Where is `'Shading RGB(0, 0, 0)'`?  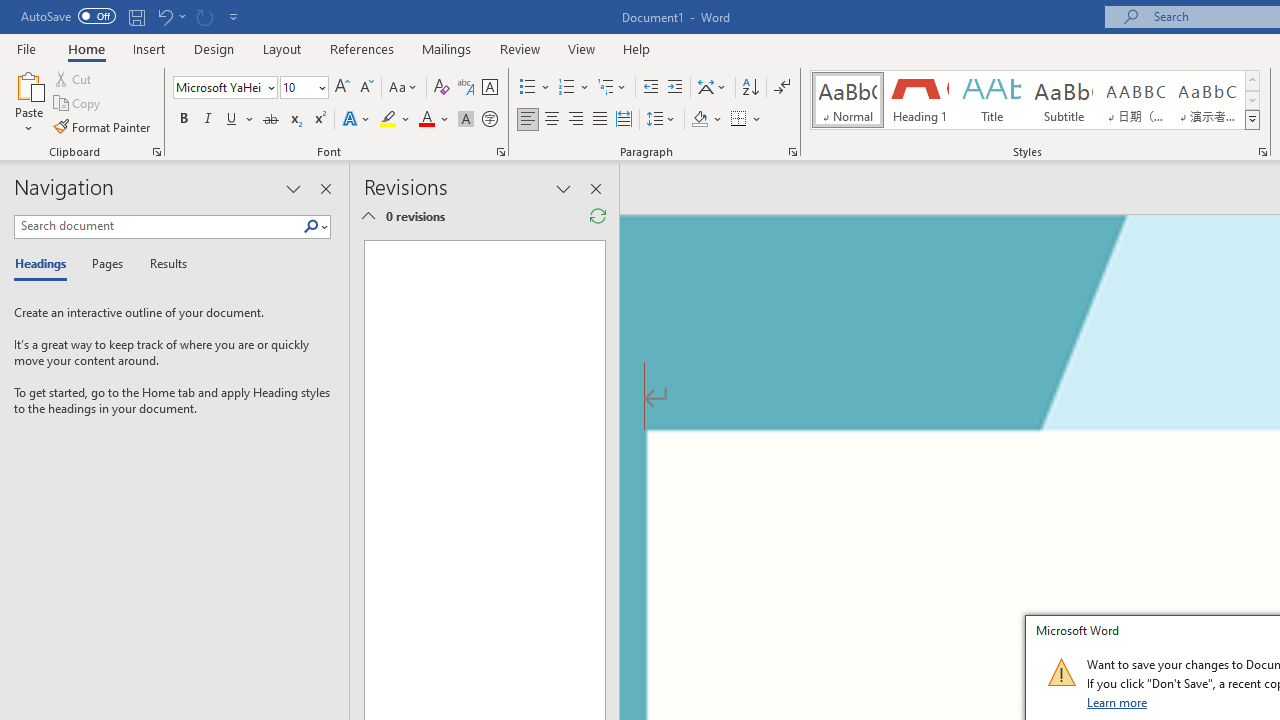
'Shading RGB(0, 0, 0)' is located at coordinates (699, 119).